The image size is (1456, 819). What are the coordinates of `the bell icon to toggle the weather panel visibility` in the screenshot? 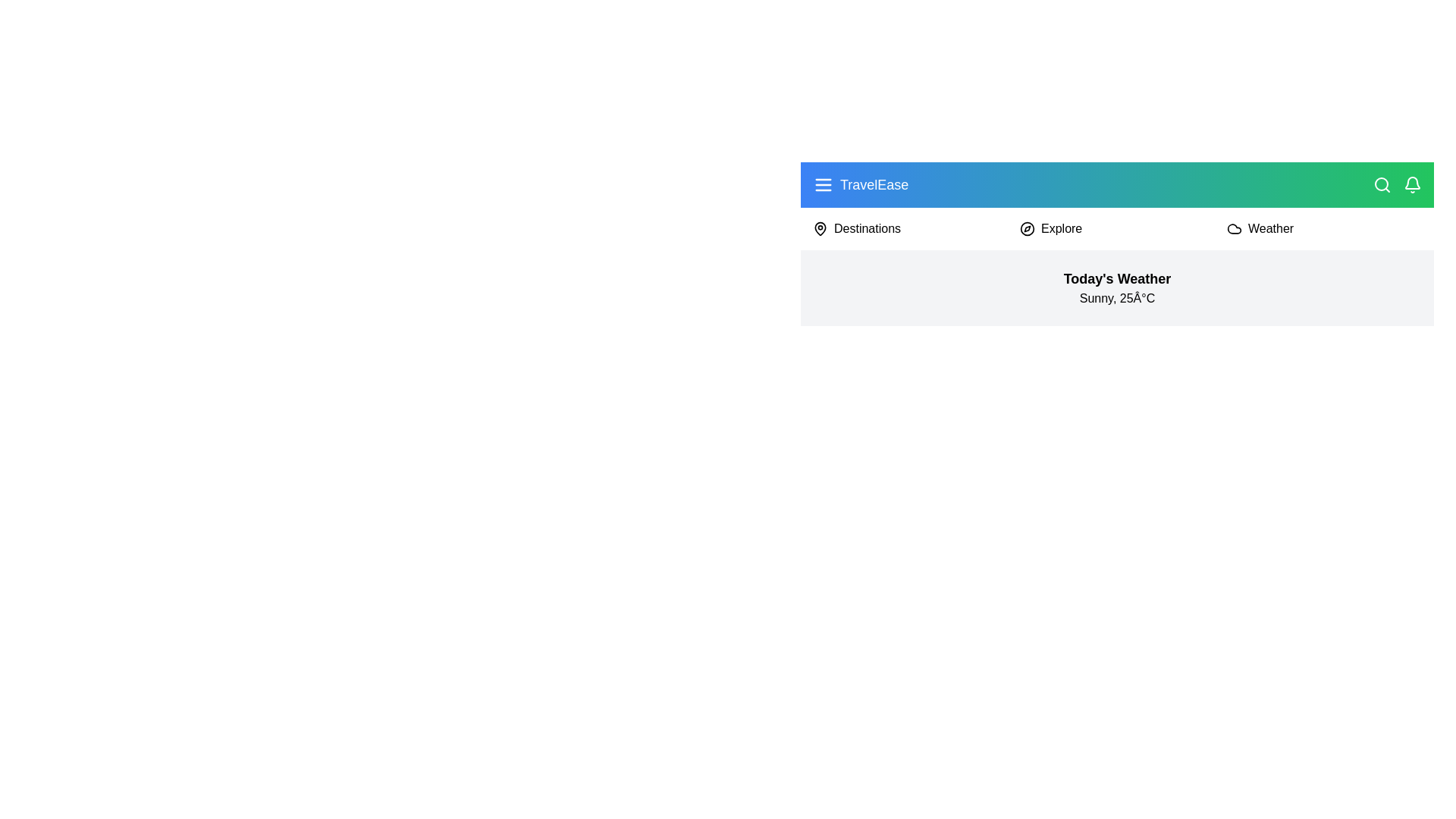 It's located at (1411, 184).